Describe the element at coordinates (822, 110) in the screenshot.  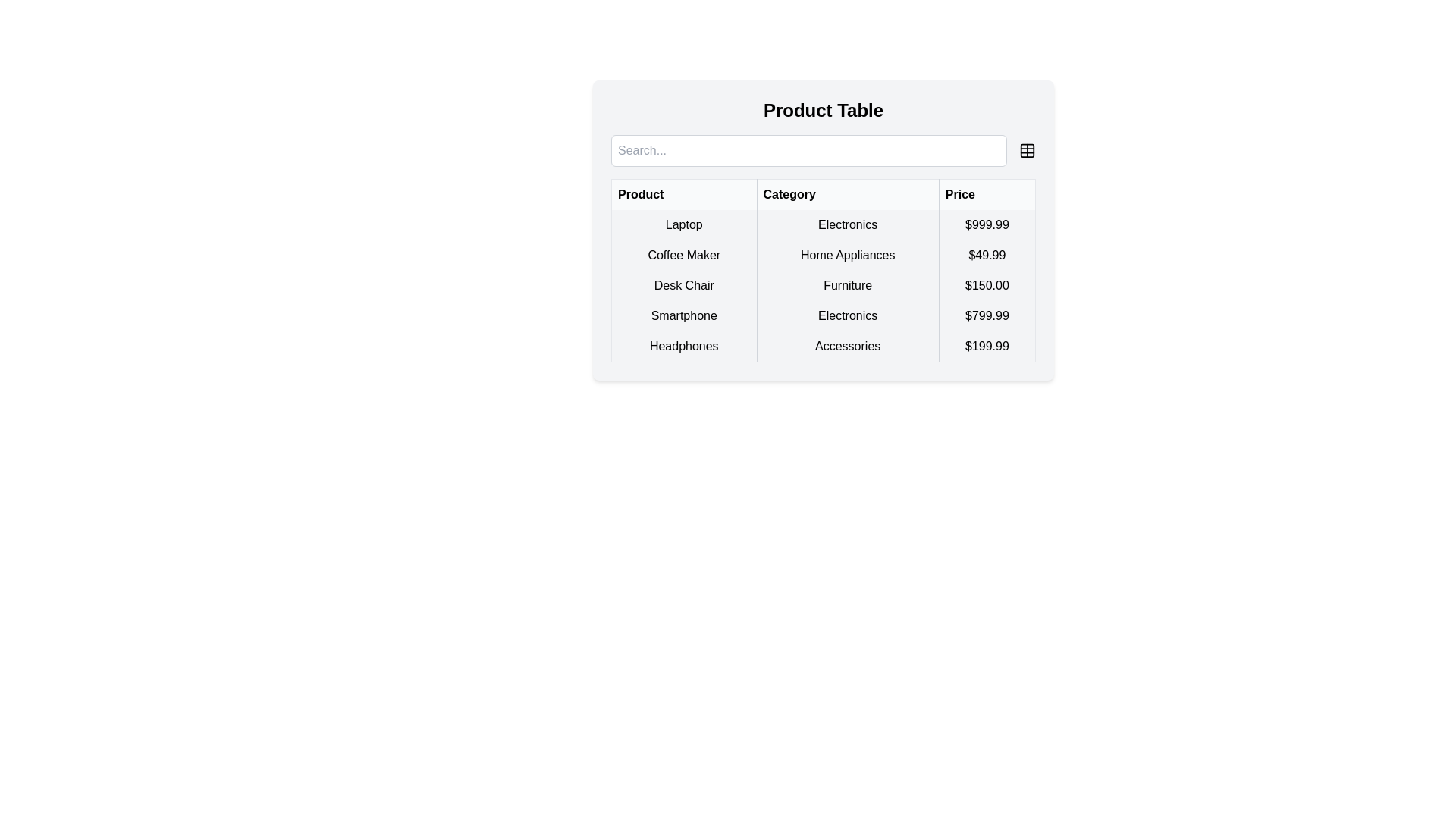
I see `the text label displaying 'Product Table', which is a bold, black, centered title above the search bar and product table` at that location.